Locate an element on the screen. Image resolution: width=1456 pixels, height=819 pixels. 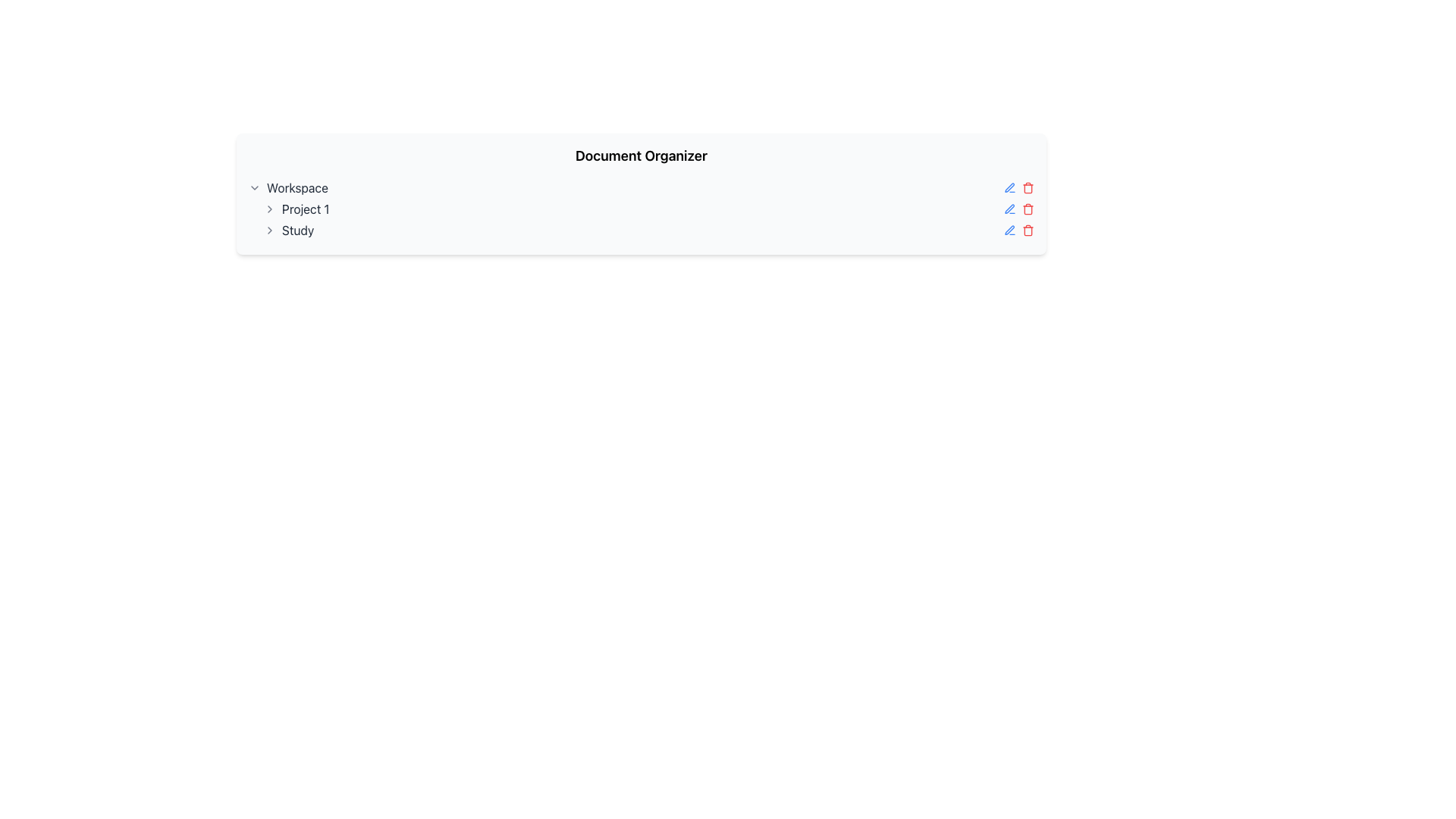
the Trash/Delete icon located on the right side of the icon row is located at coordinates (1028, 187).